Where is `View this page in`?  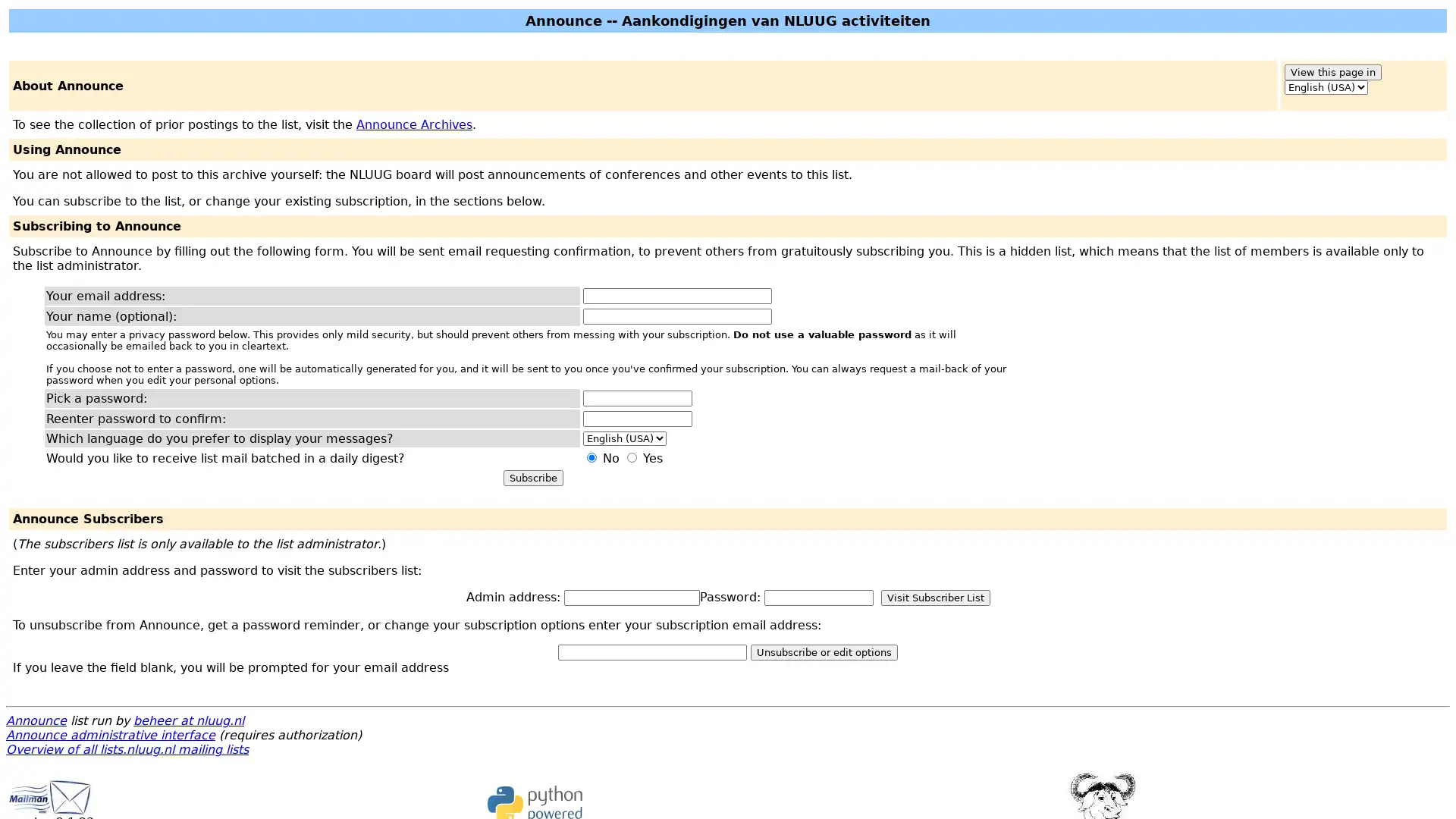
View this page in is located at coordinates (1332, 72).